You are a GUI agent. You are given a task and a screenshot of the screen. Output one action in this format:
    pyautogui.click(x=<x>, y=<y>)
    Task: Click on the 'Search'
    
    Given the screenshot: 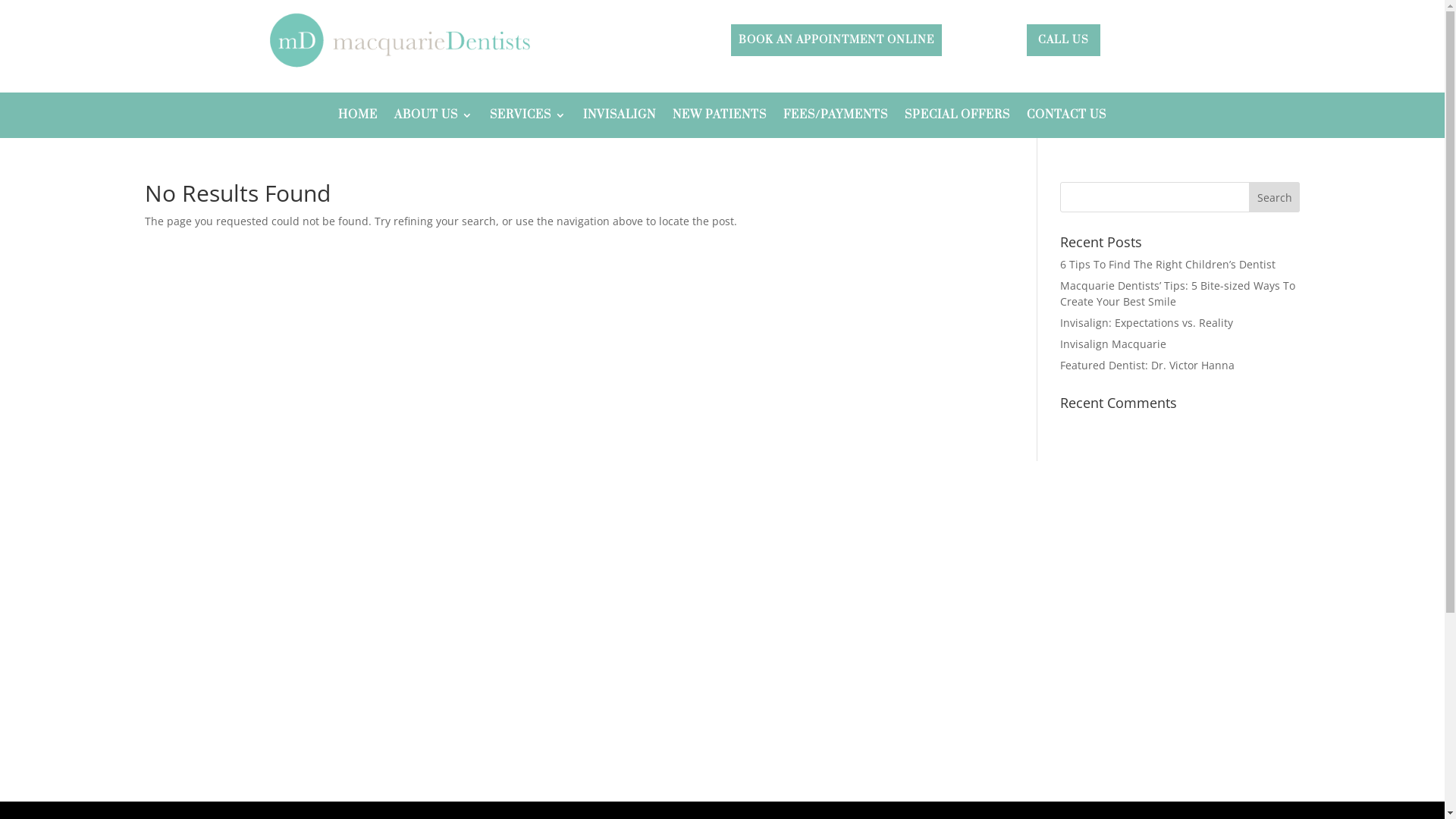 What is the action you would take?
    pyautogui.click(x=1274, y=196)
    